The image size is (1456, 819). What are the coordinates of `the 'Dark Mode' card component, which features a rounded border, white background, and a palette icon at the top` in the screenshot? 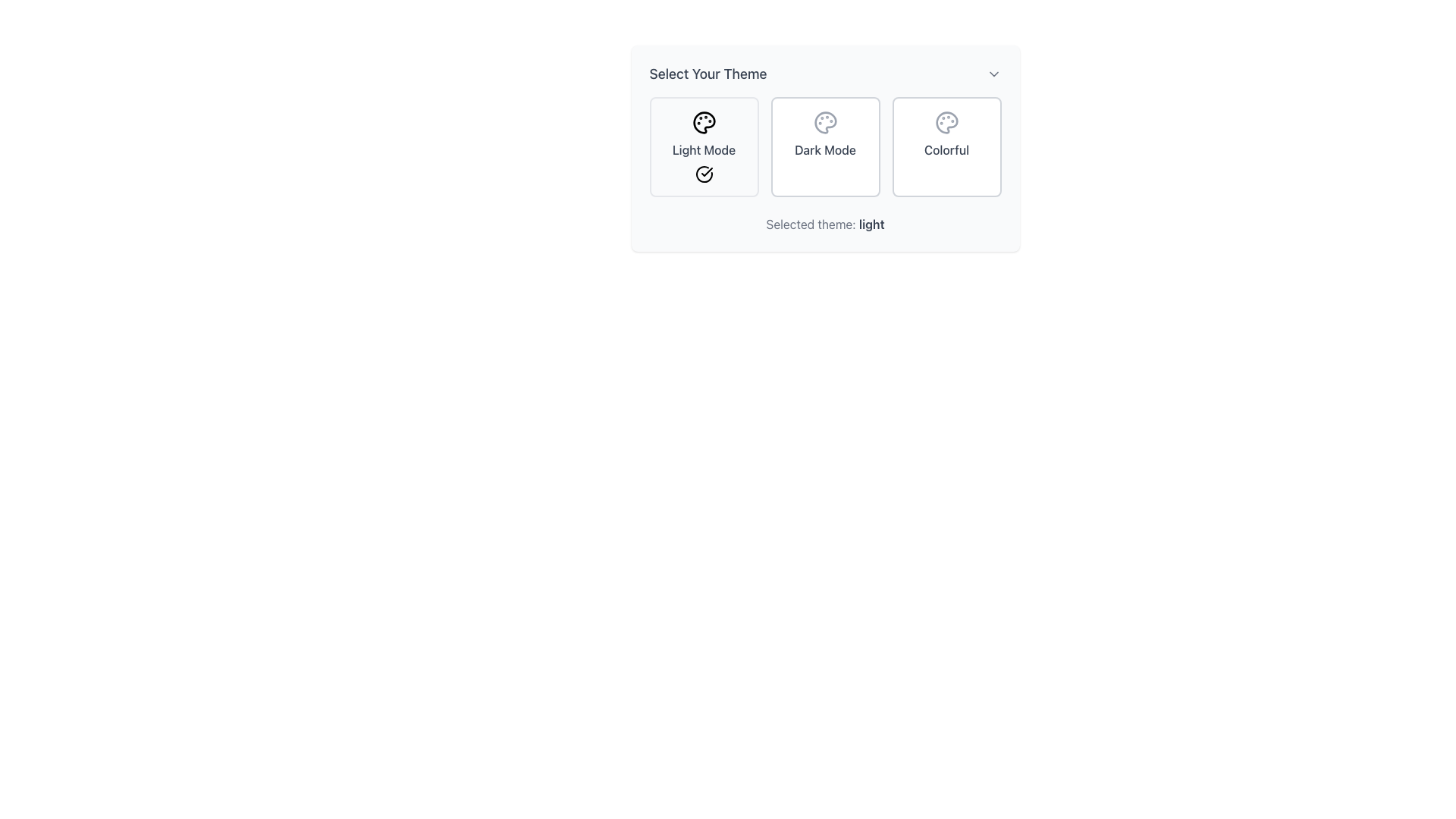 It's located at (824, 146).